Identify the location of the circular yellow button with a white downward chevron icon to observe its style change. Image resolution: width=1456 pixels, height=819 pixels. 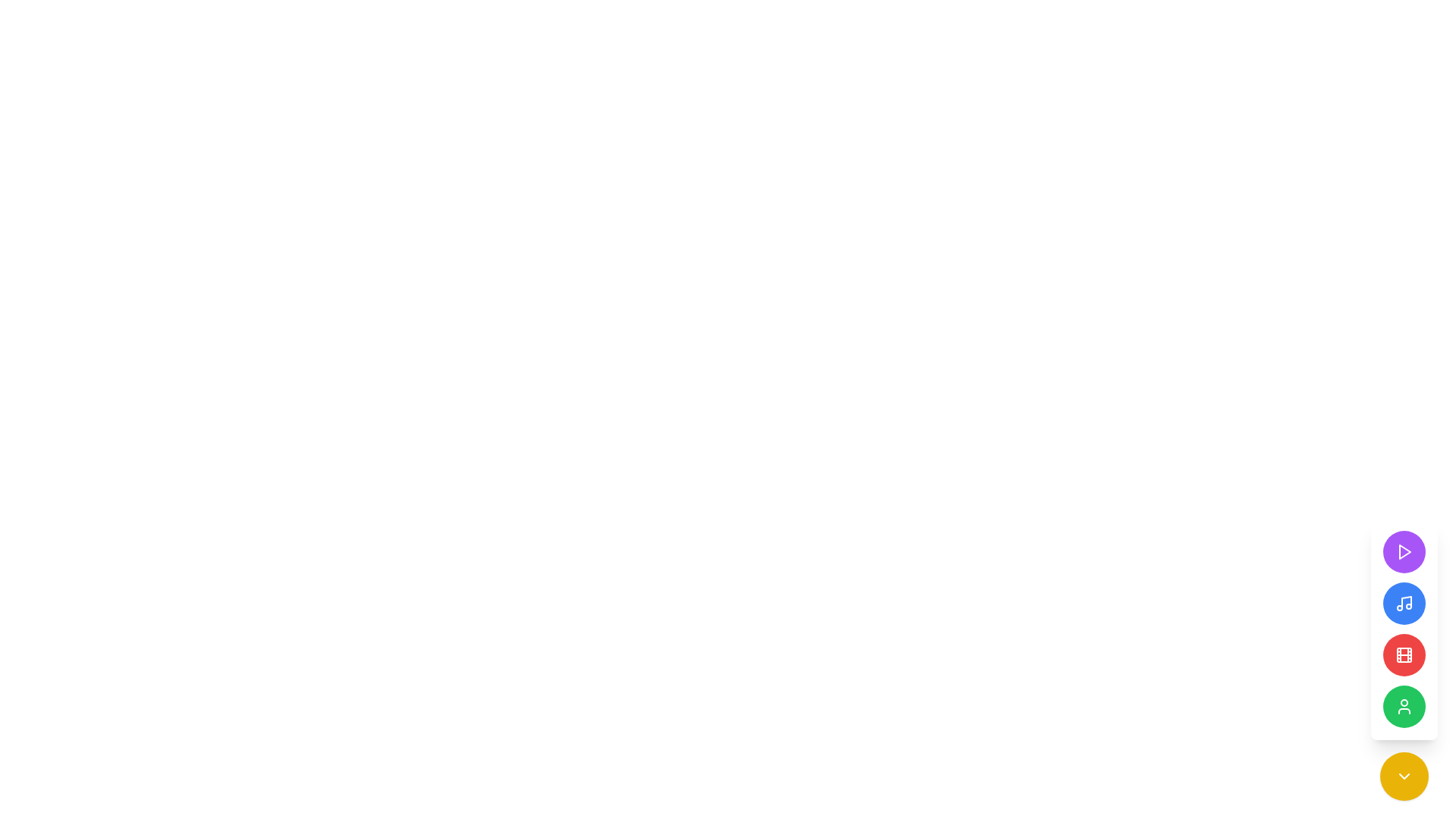
(1404, 776).